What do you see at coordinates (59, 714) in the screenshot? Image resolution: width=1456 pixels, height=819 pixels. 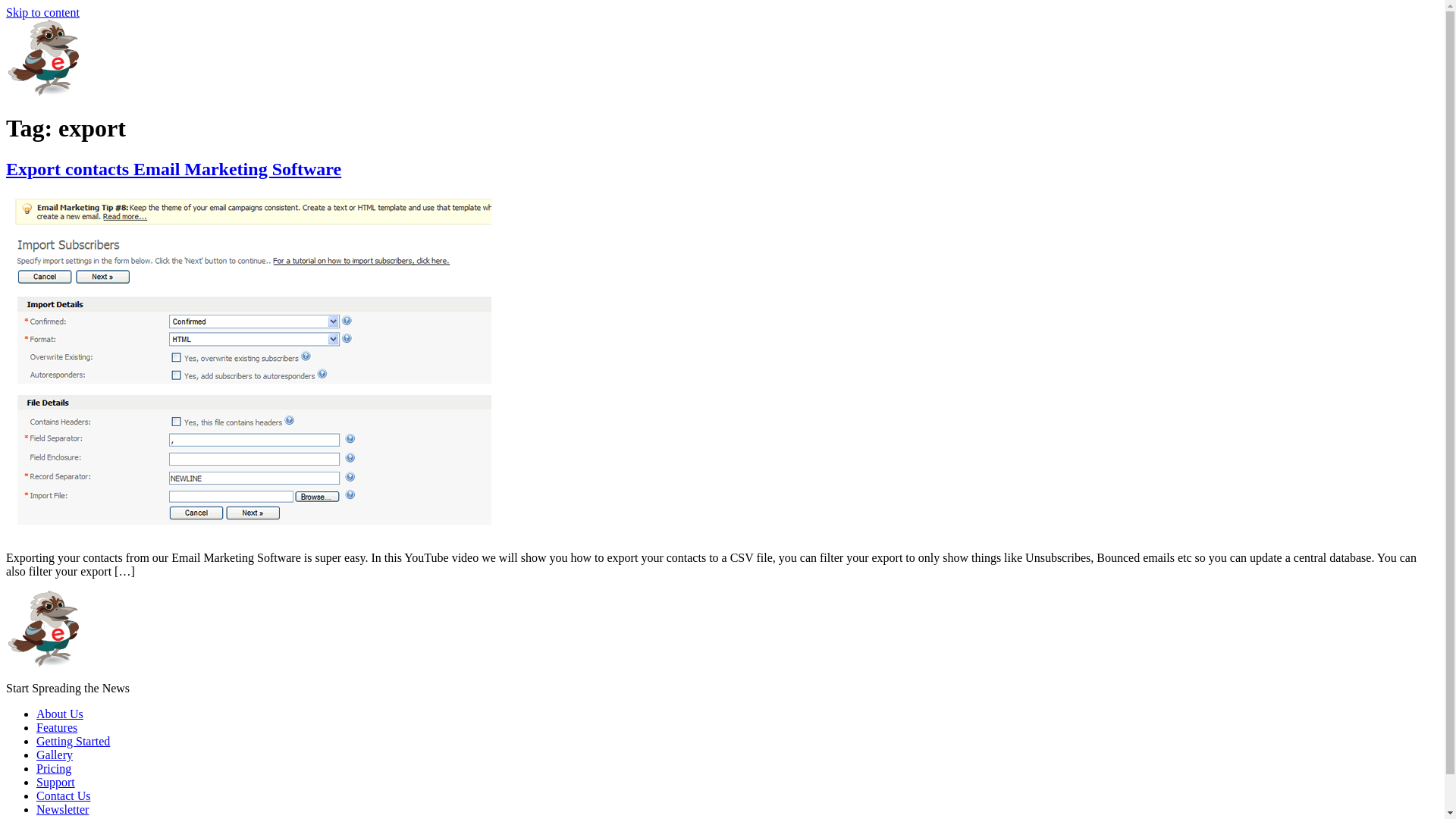 I see `'About Us'` at bounding box center [59, 714].